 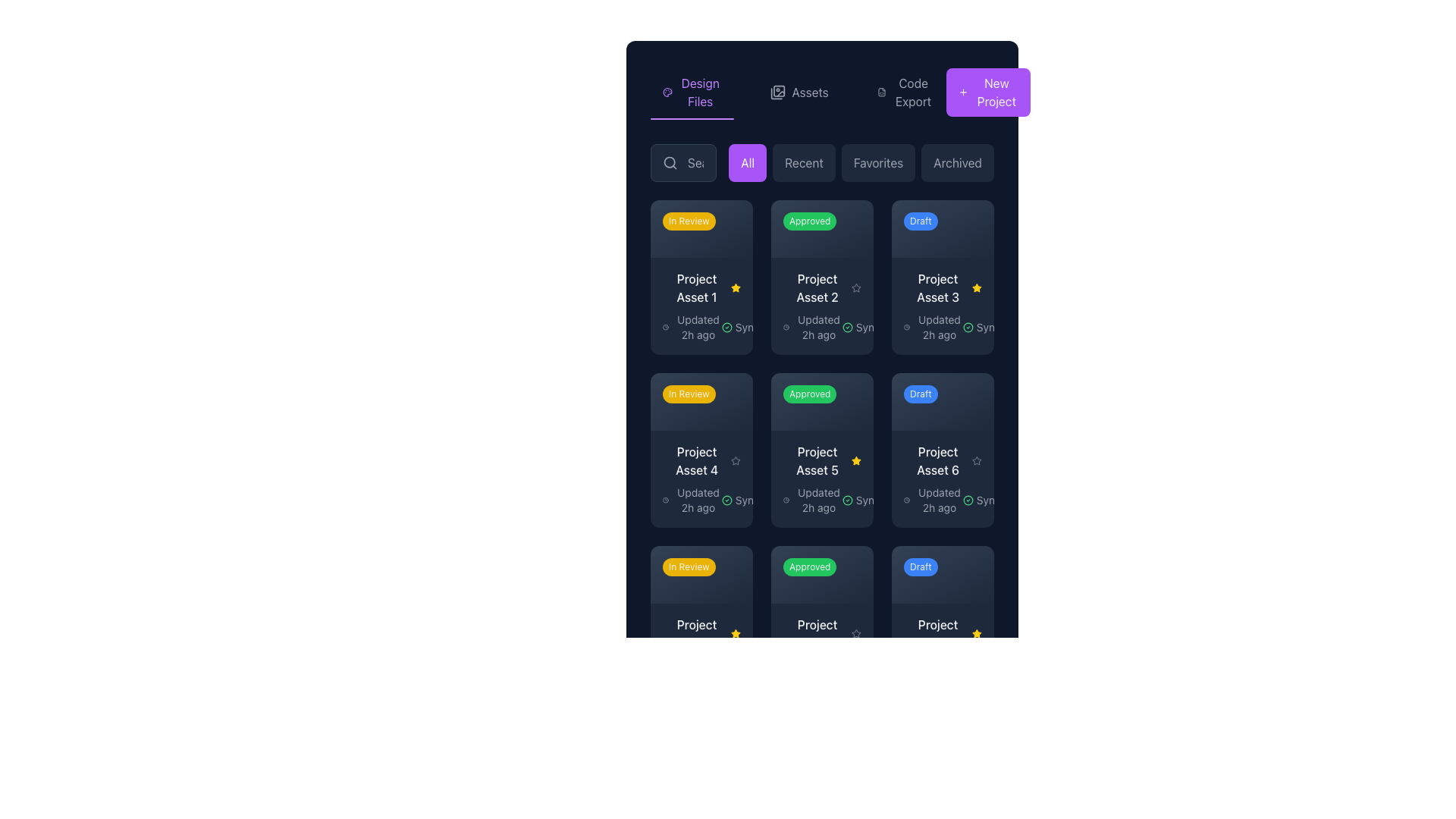 What do you see at coordinates (803, 163) in the screenshot?
I see `the second navigation button from the left, which filters content by 'Recent' items` at bounding box center [803, 163].